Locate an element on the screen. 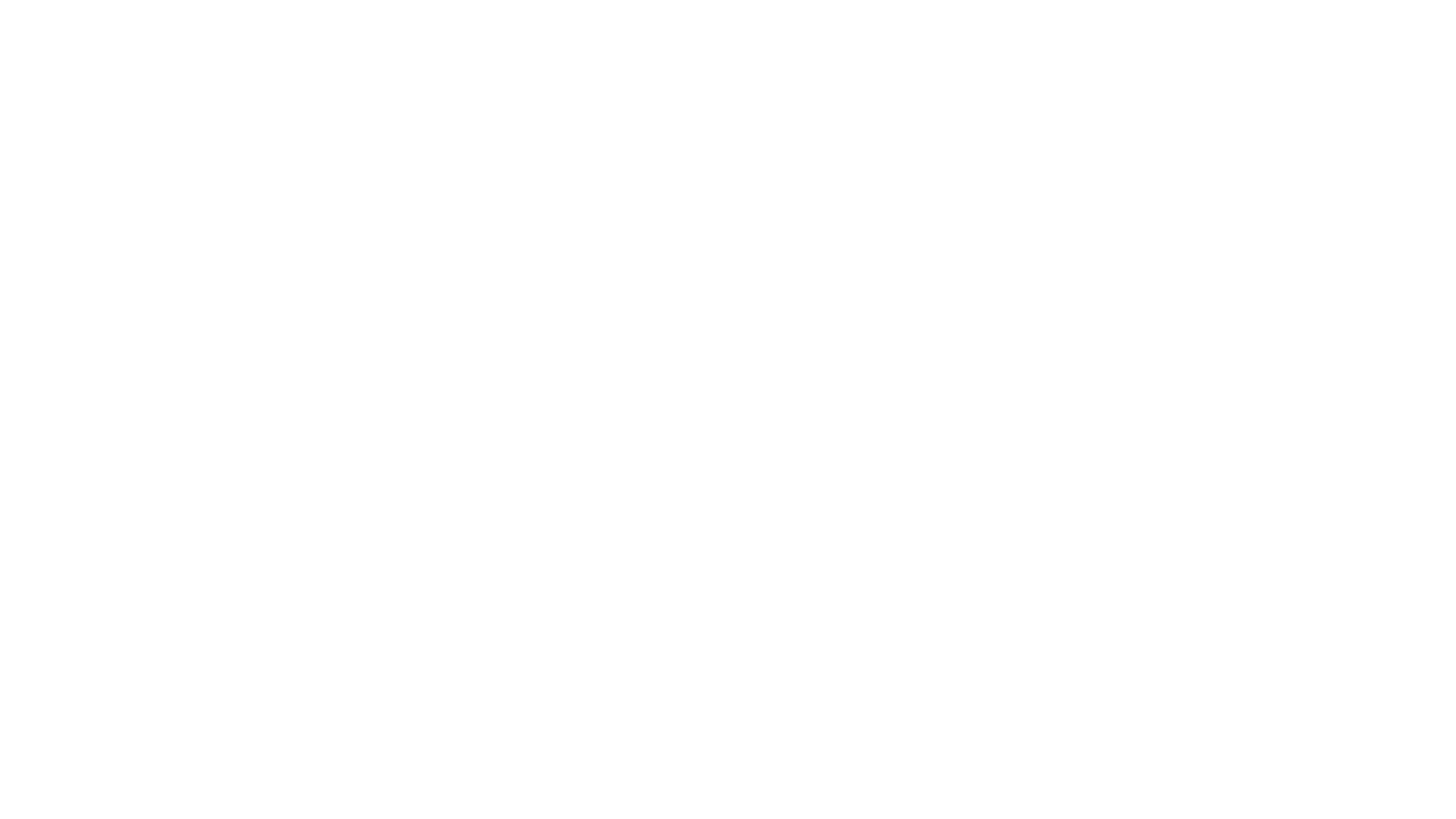 The height and width of the screenshot is (819, 1456). SOUHLASIM SE VSEMI is located at coordinates (370, 788).